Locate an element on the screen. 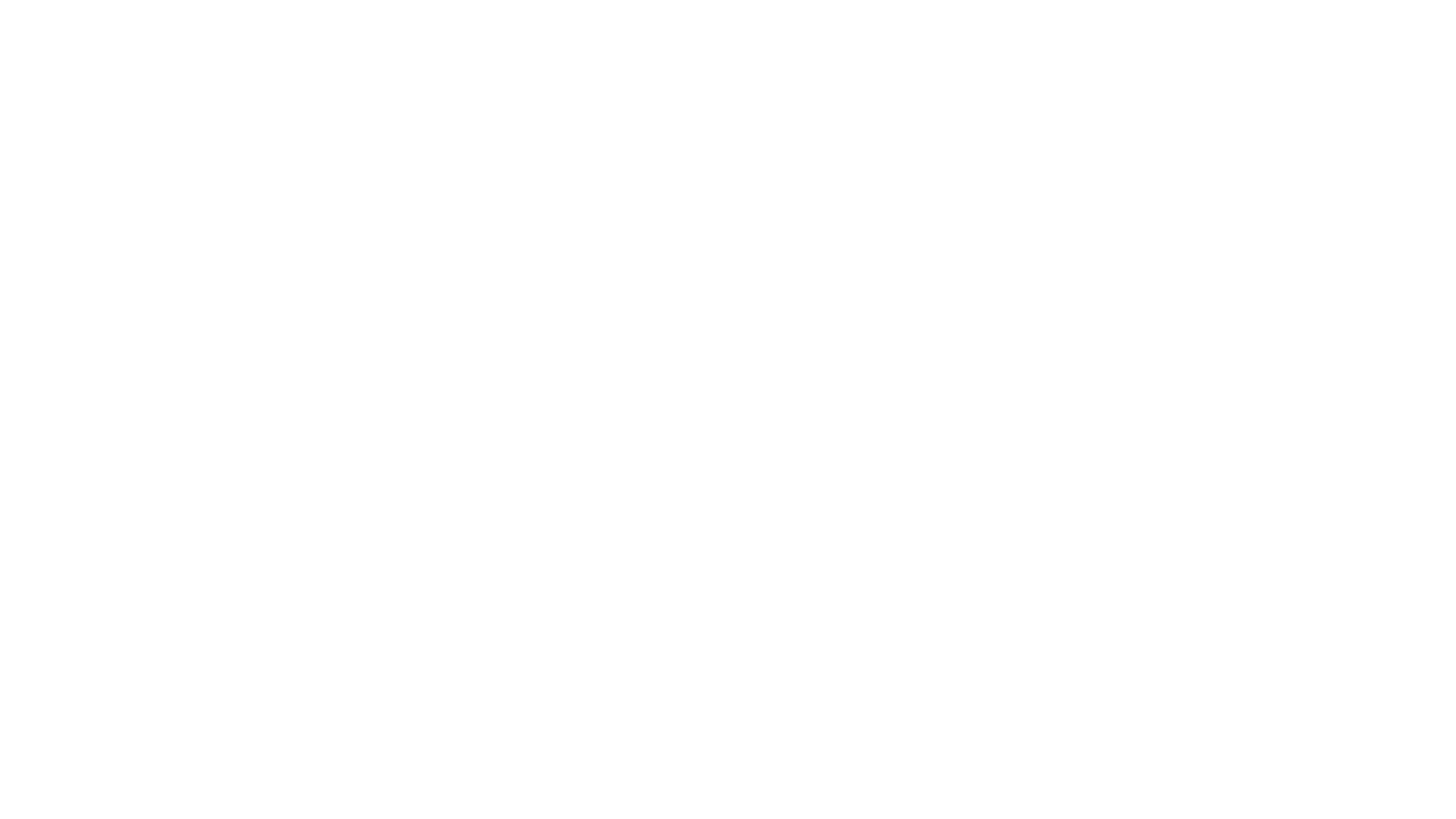 The height and width of the screenshot is (819, 1456). SOUHLASIM SE VSEMI is located at coordinates (370, 788).